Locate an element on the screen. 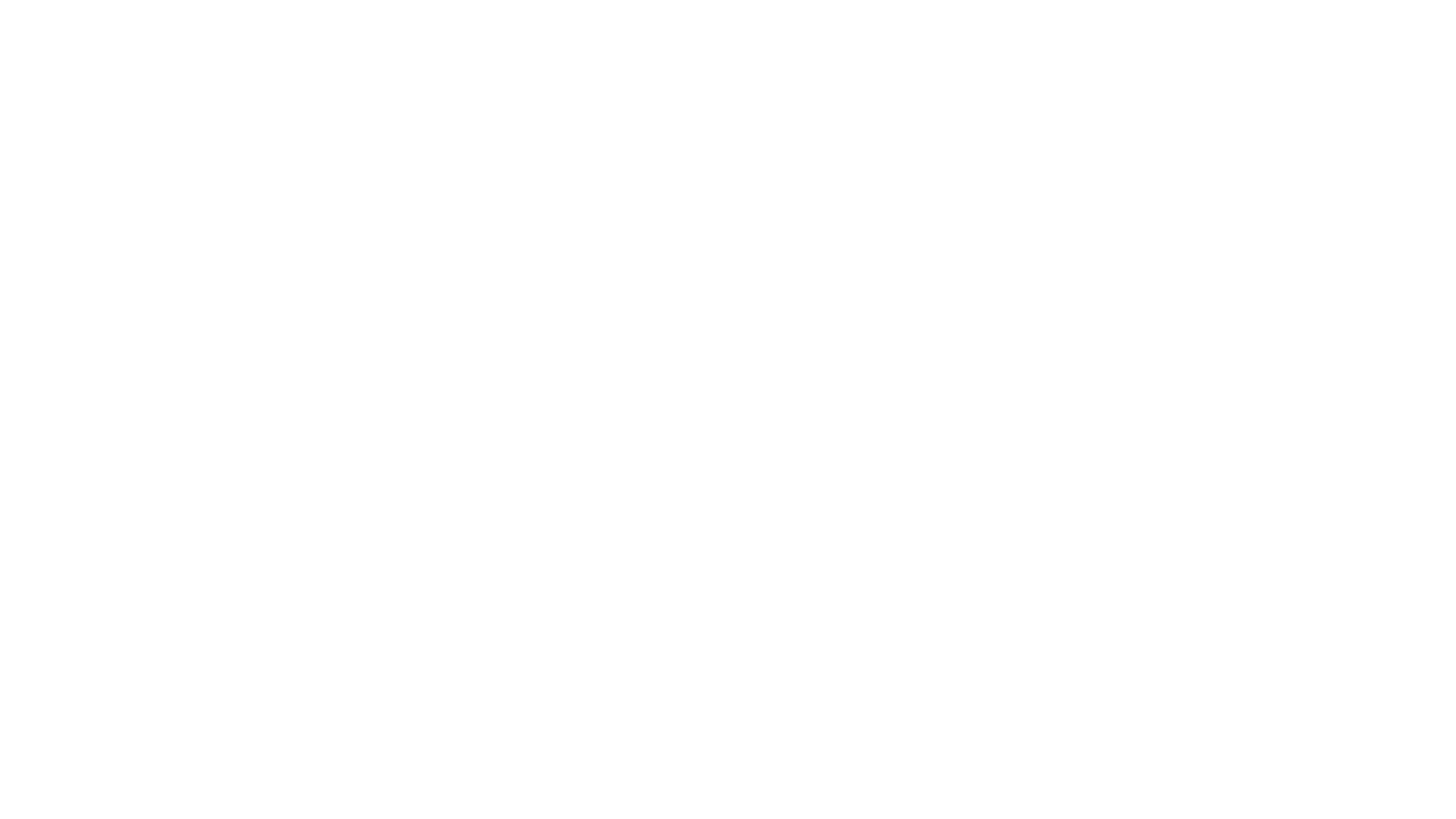 The height and width of the screenshot is (819, 1456). SOUHLASIM SE VSEMI is located at coordinates (370, 788).